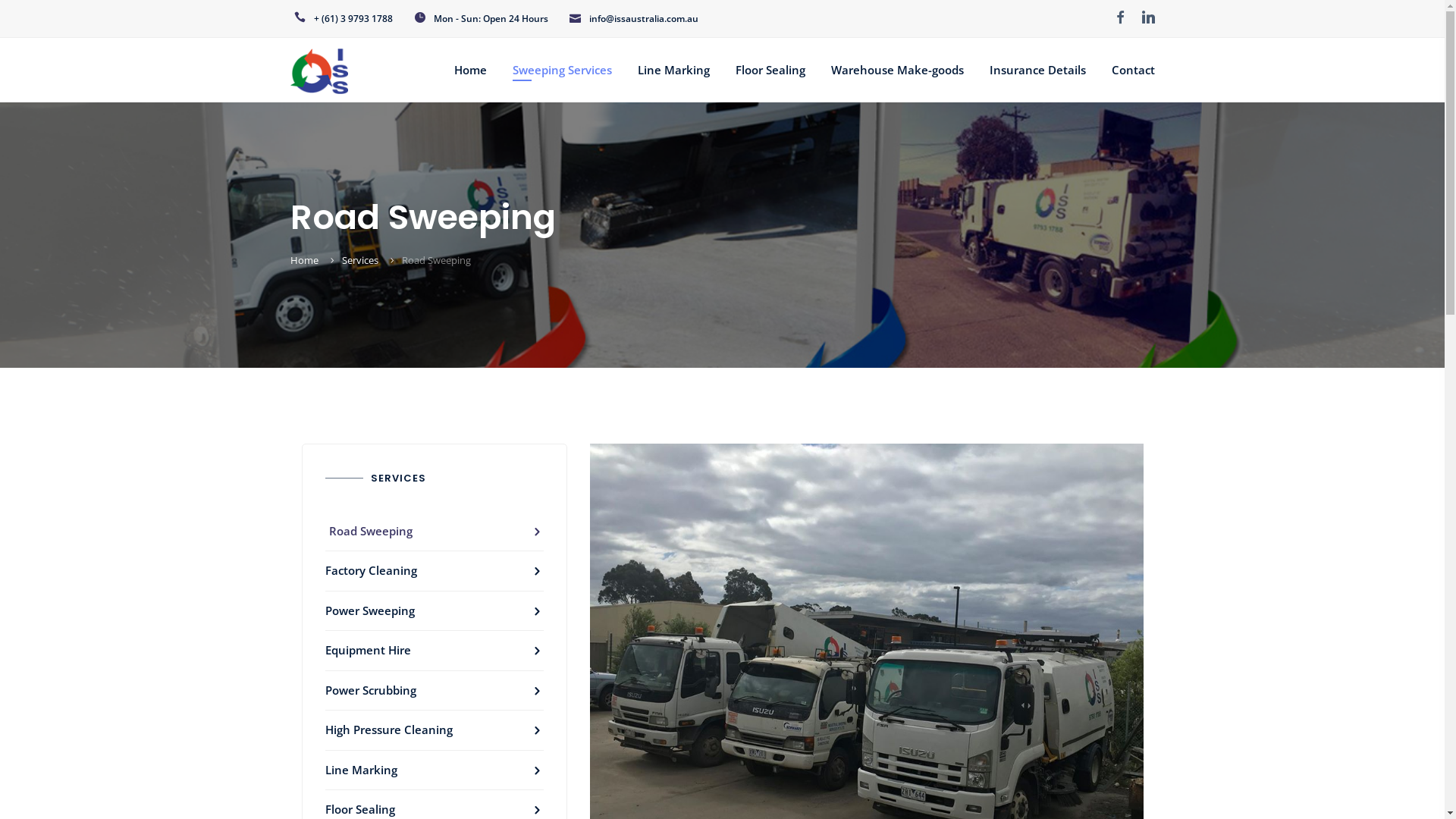 The width and height of the screenshot is (1456, 819). What do you see at coordinates (432, 650) in the screenshot?
I see `'Equipment Hire'` at bounding box center [432, 650].